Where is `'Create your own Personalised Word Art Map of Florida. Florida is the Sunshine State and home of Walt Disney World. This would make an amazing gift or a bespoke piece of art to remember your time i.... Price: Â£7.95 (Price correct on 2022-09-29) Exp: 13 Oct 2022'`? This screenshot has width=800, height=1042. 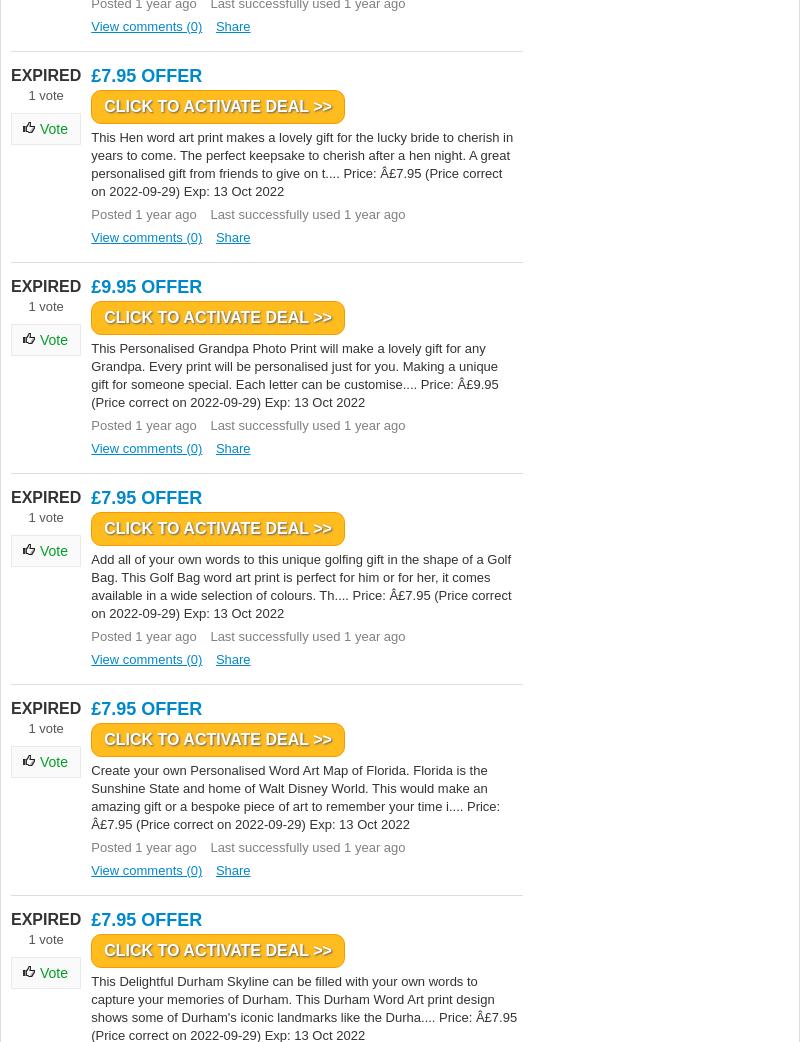 'Create your own Personalised Word Art Map of Florida. Florida is the Sunshine State and home of Walt Disney World. This would make an amazing gift or a bespoke piece of art to remember your time i.... Price: Â£7.95 (Price correct on 2022-09-29) Exp: 13 Oct 2022' is located at coordinates (295, 797).